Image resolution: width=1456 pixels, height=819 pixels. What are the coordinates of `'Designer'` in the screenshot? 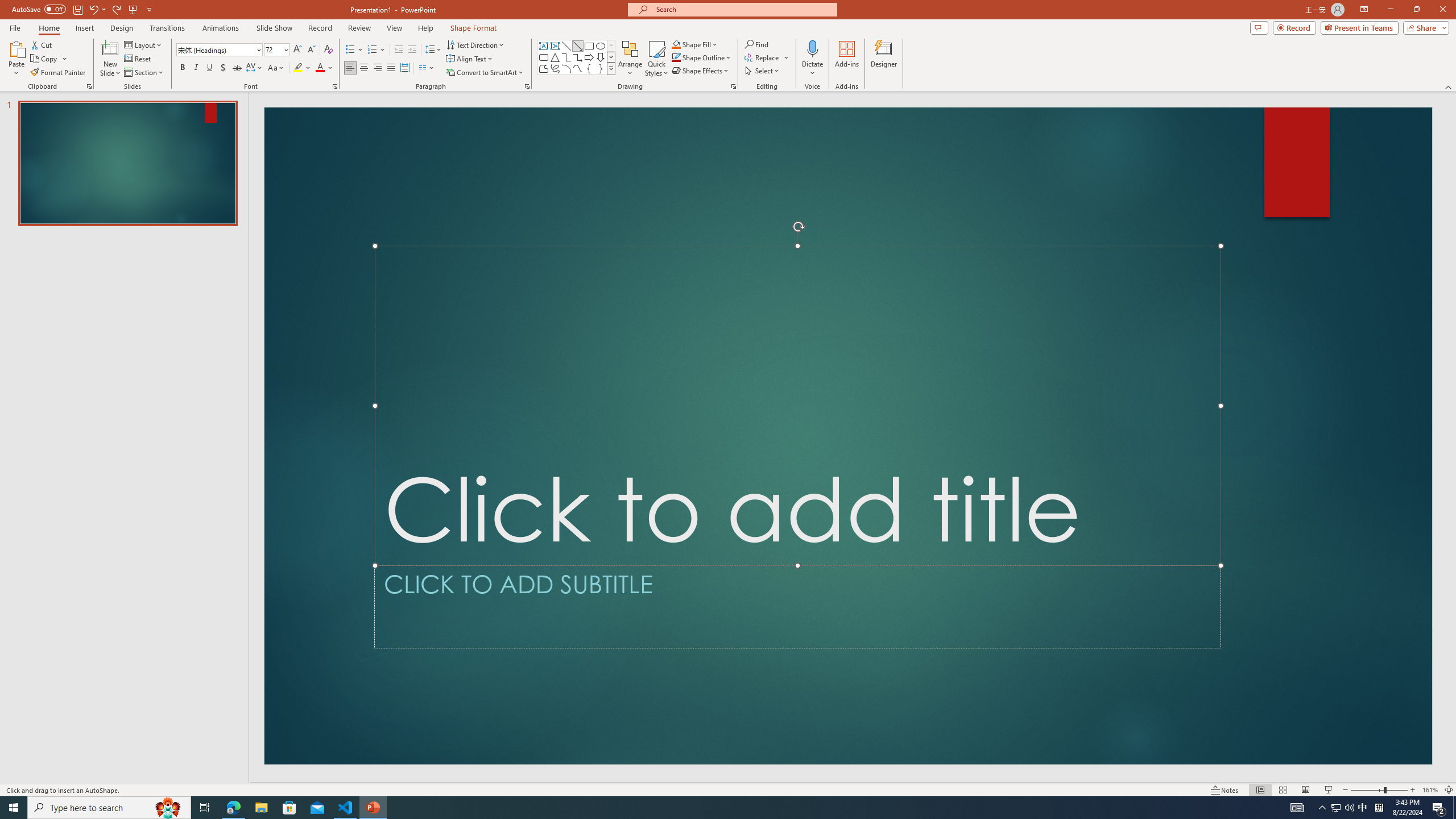 It's located at (883, 59).